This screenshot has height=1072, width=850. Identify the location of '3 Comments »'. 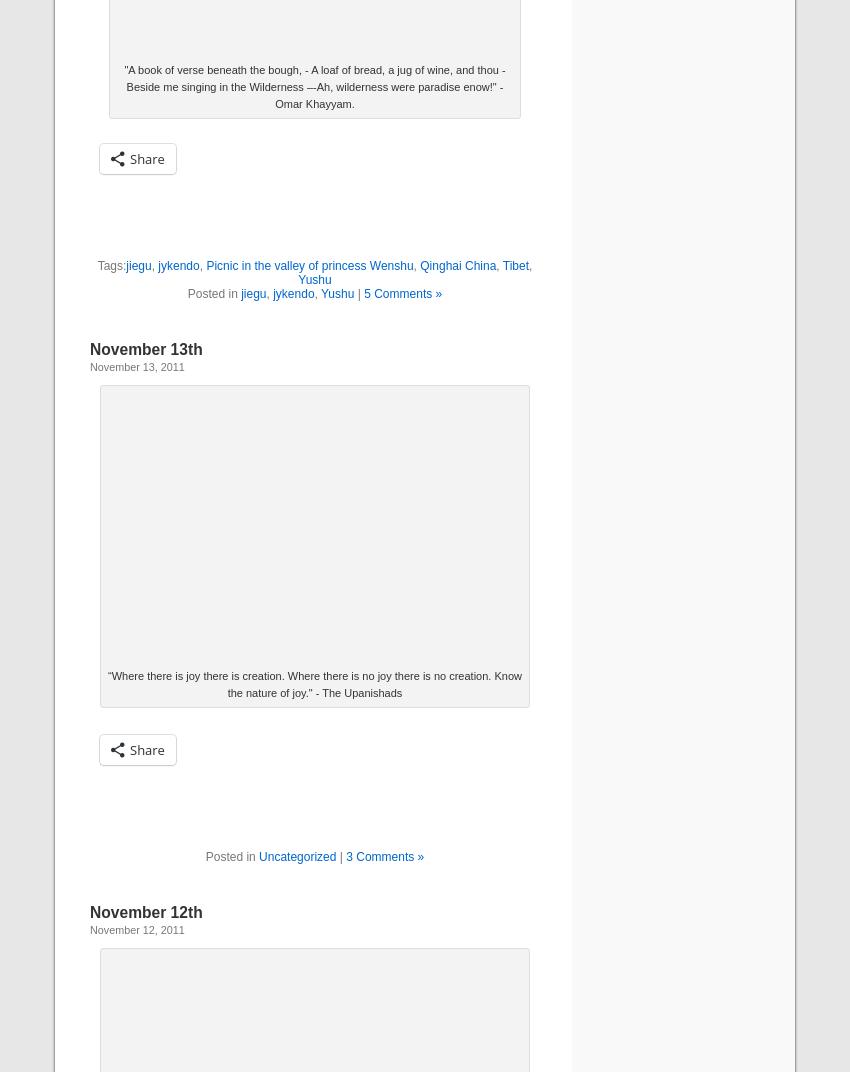
(384, 855).